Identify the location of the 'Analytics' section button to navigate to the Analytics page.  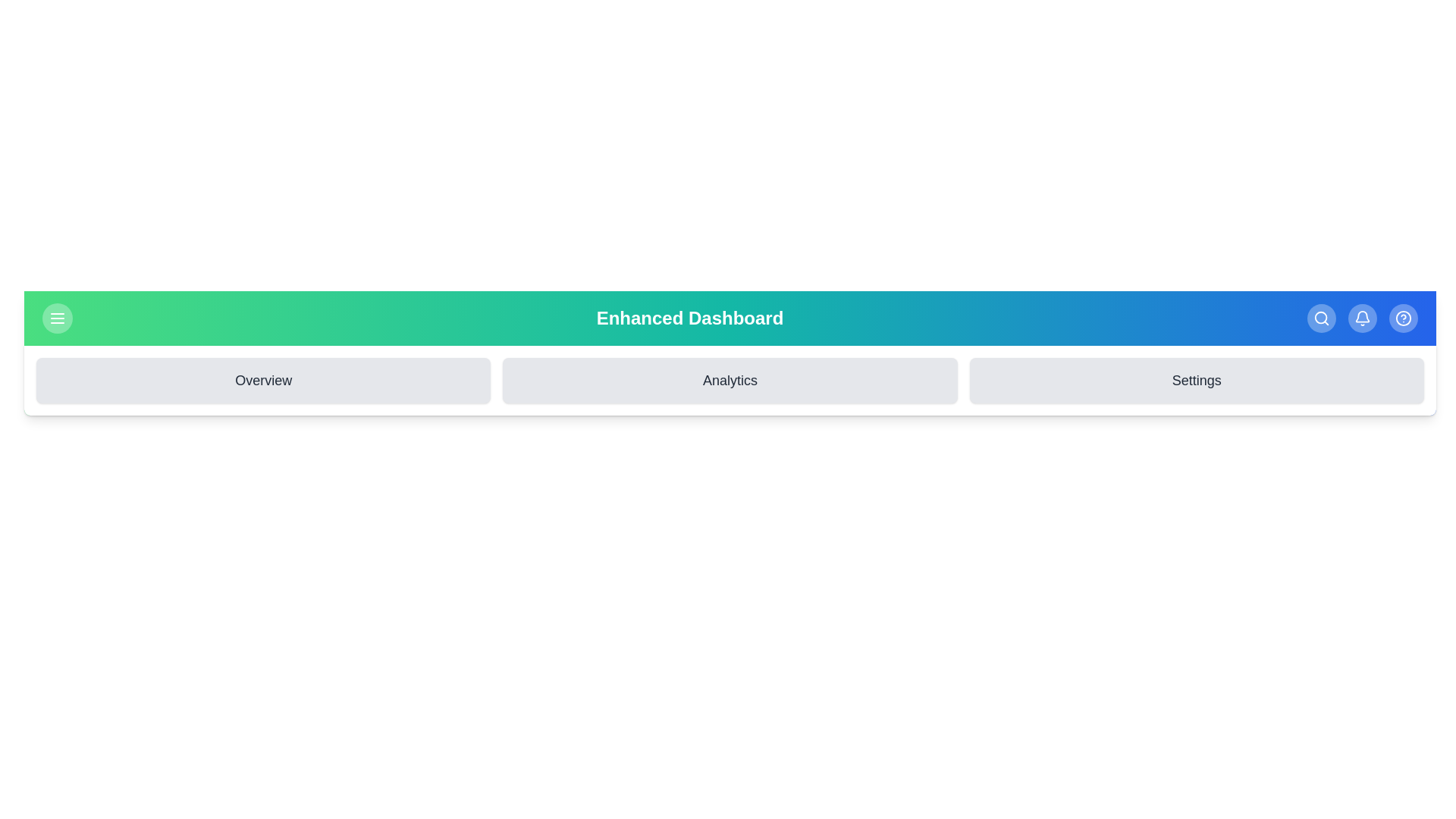
(729, 379).